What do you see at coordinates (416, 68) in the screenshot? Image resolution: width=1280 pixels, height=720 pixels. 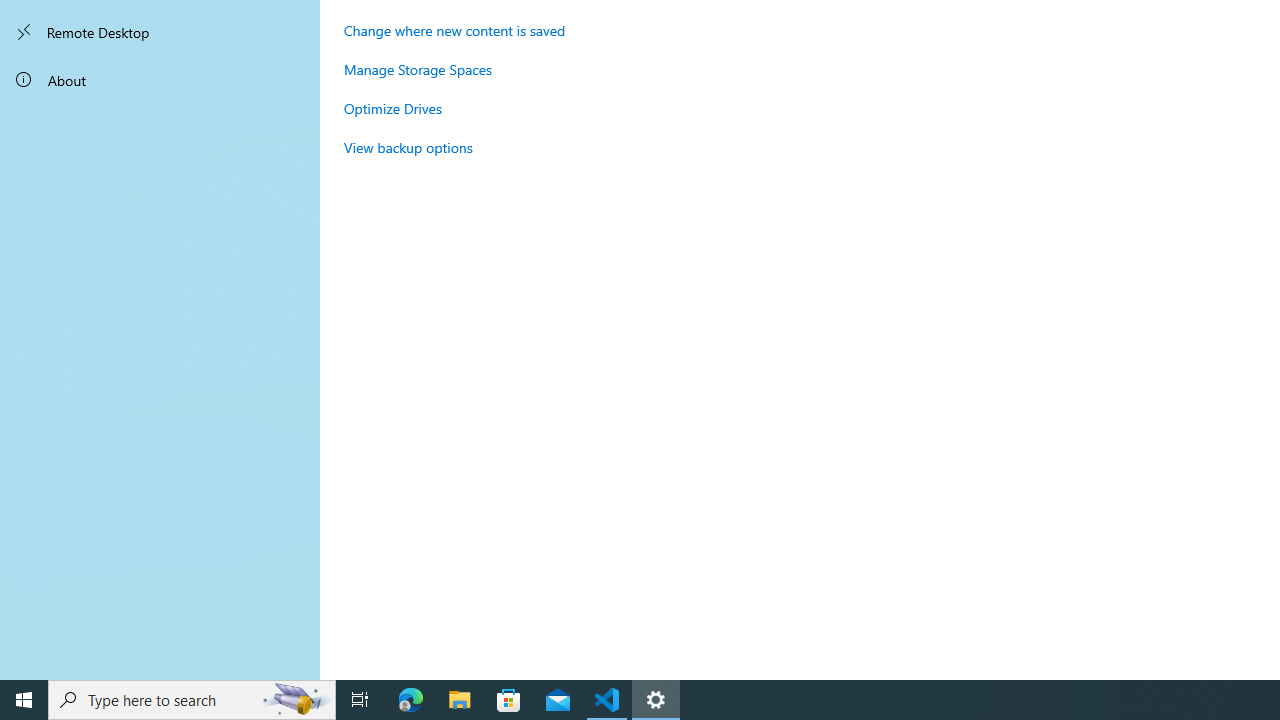 I see `'Manage Storage Spaces'` at bounding box center [416, 68].